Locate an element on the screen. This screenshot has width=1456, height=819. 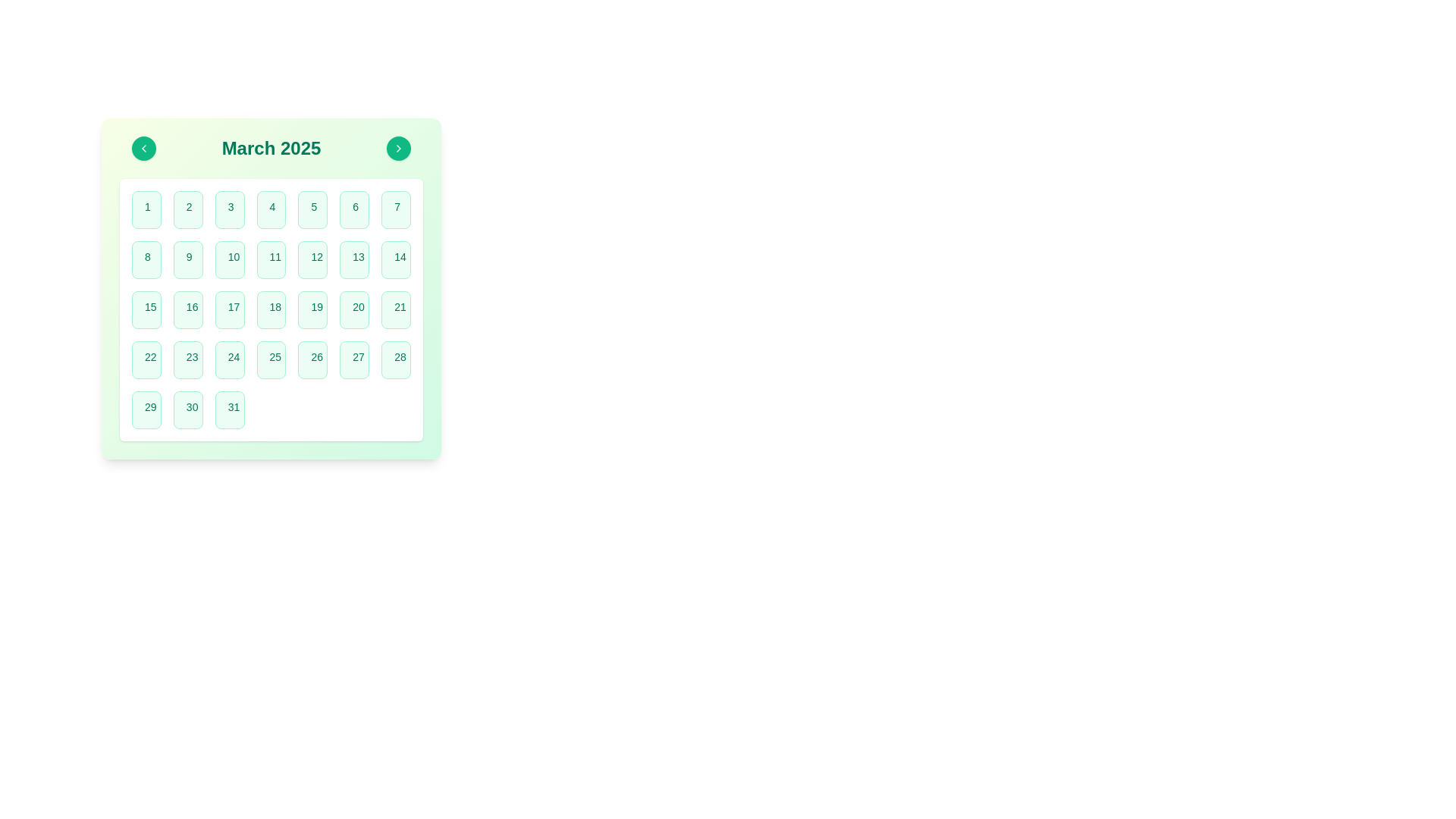
the square-shaped button with rounded corners and a light green background, displaying the number '10' in bold, medium-sized font, located in the second row and third column of a 7-column grid layout is located at coordinates (229, 259).